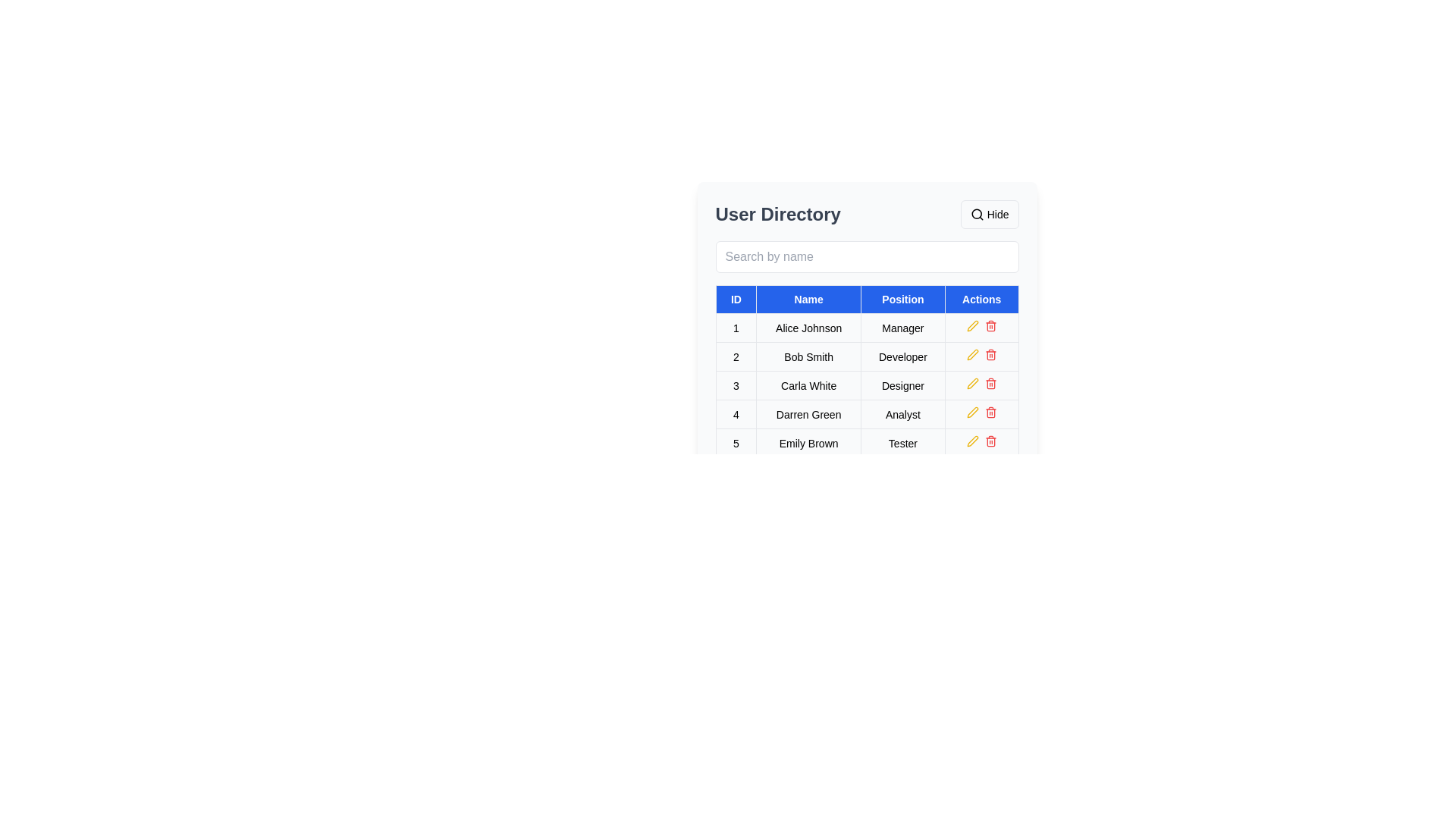 The height and width of the screenshot is (819, 1456). What do you see at coordinates (902, 327) in the screenshot?
I see `the 'Manager' label located in the 'Position' column of the table for 'Alice Johnson'` at bounding box center [902, 327].